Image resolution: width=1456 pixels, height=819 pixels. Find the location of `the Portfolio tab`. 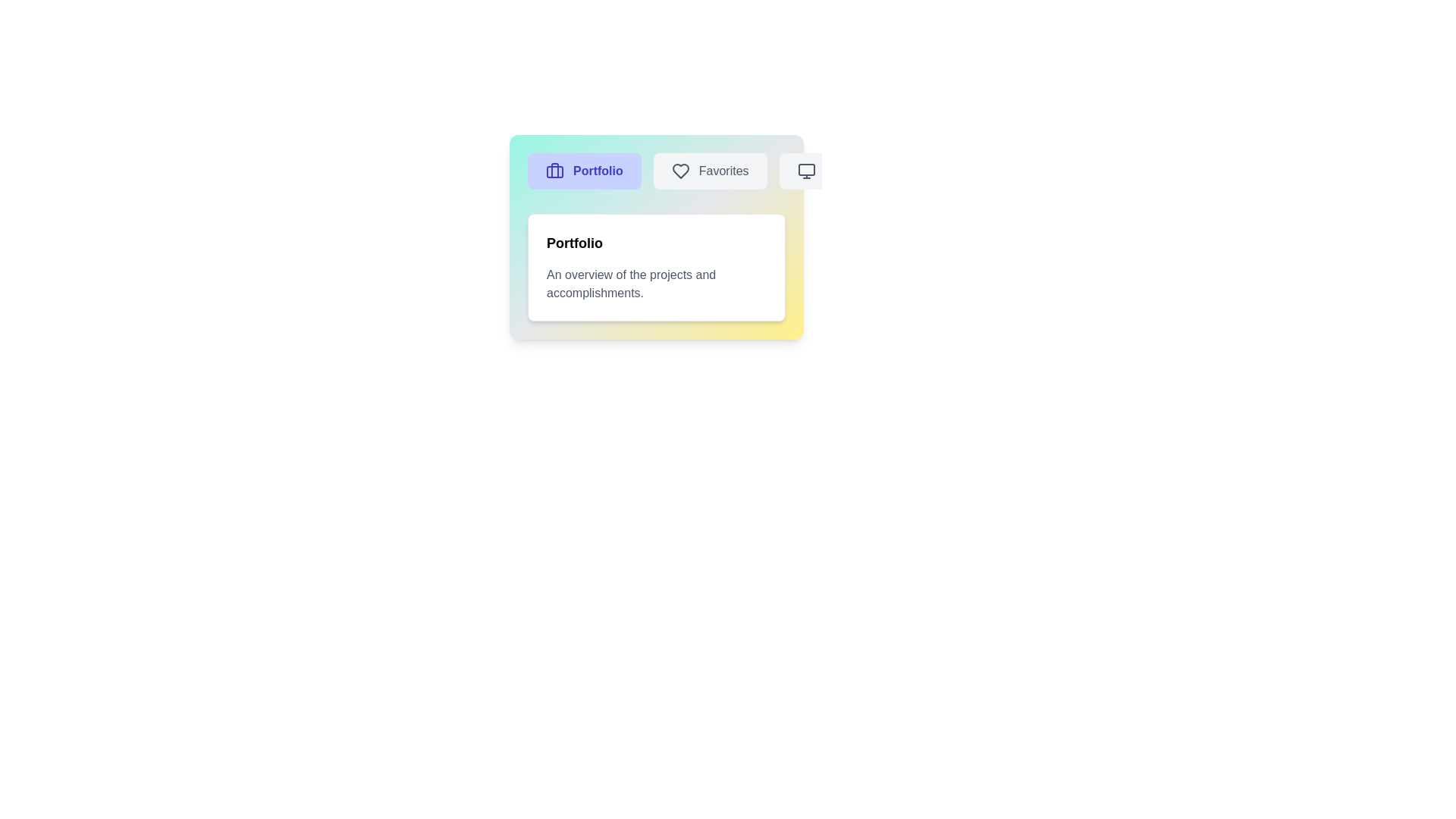

the Portfolio tab is located at coordinates (583, 171).